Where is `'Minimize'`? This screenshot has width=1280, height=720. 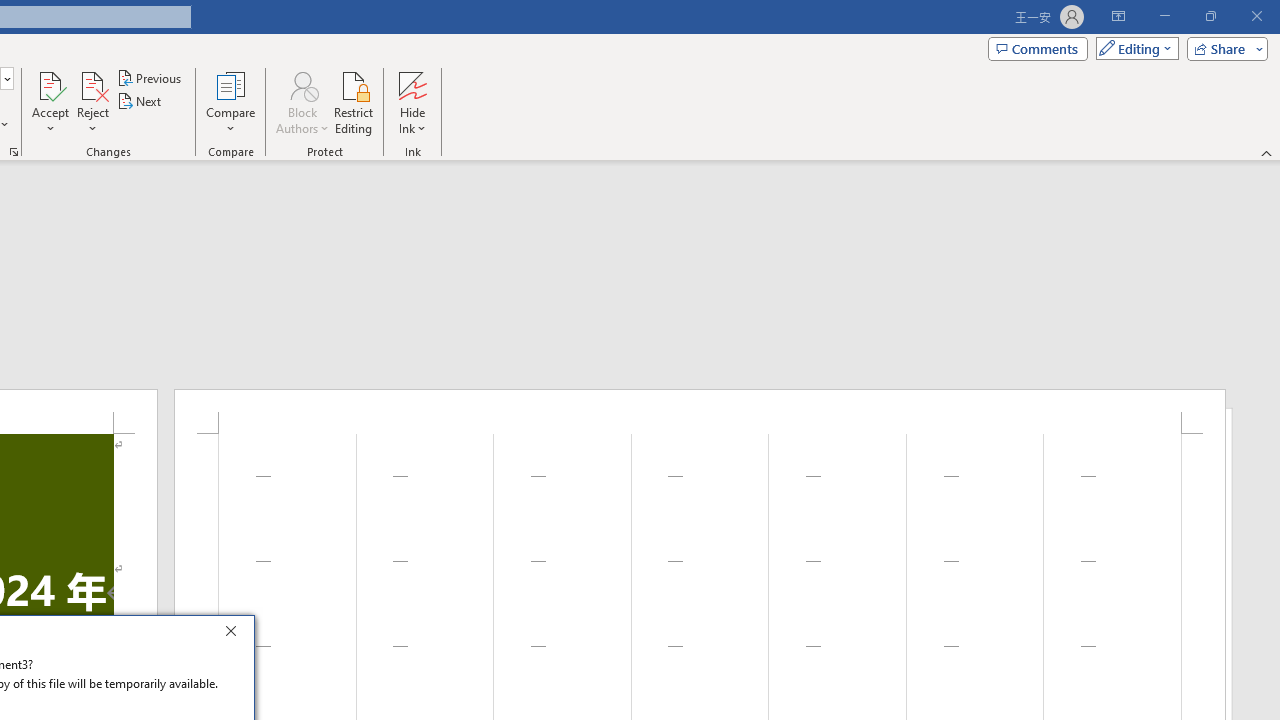
'Minimize' is located at coordinates (1164, 16).